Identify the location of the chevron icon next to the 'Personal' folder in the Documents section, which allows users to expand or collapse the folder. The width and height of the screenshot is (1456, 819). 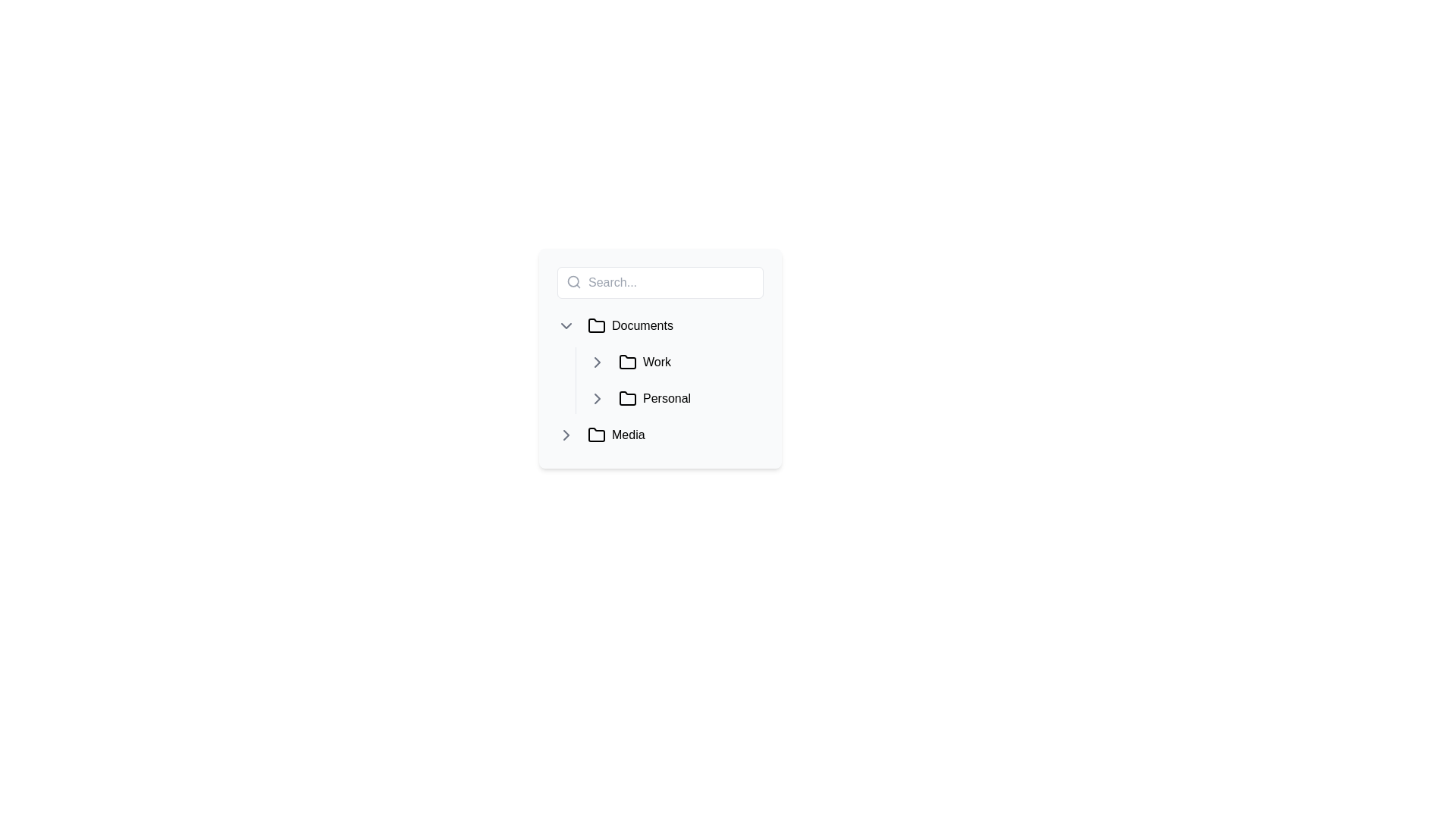
(596, 397).